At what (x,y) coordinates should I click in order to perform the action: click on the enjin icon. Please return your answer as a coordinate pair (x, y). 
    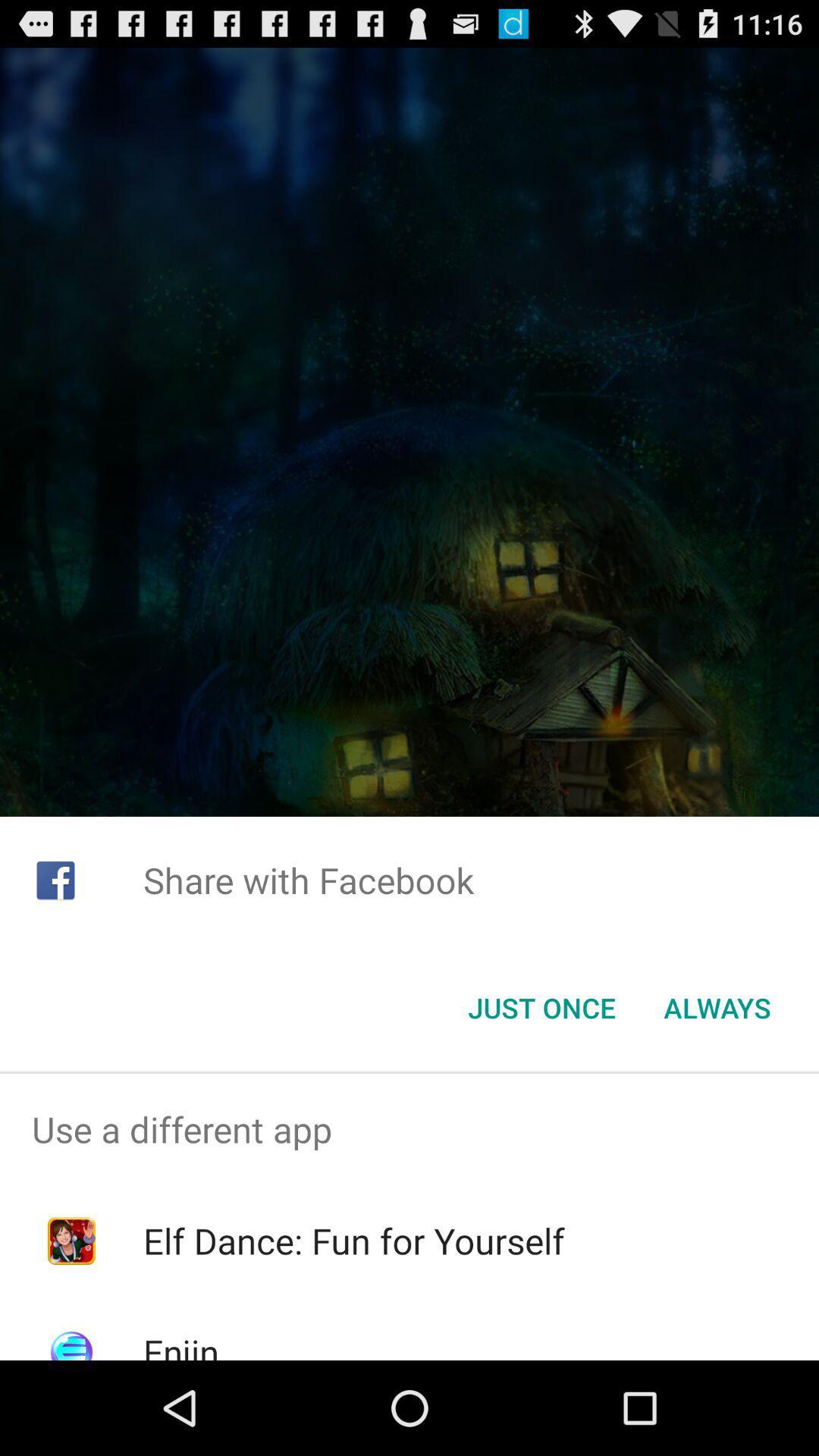
    Looking at the image, I should click on (180, 1344).